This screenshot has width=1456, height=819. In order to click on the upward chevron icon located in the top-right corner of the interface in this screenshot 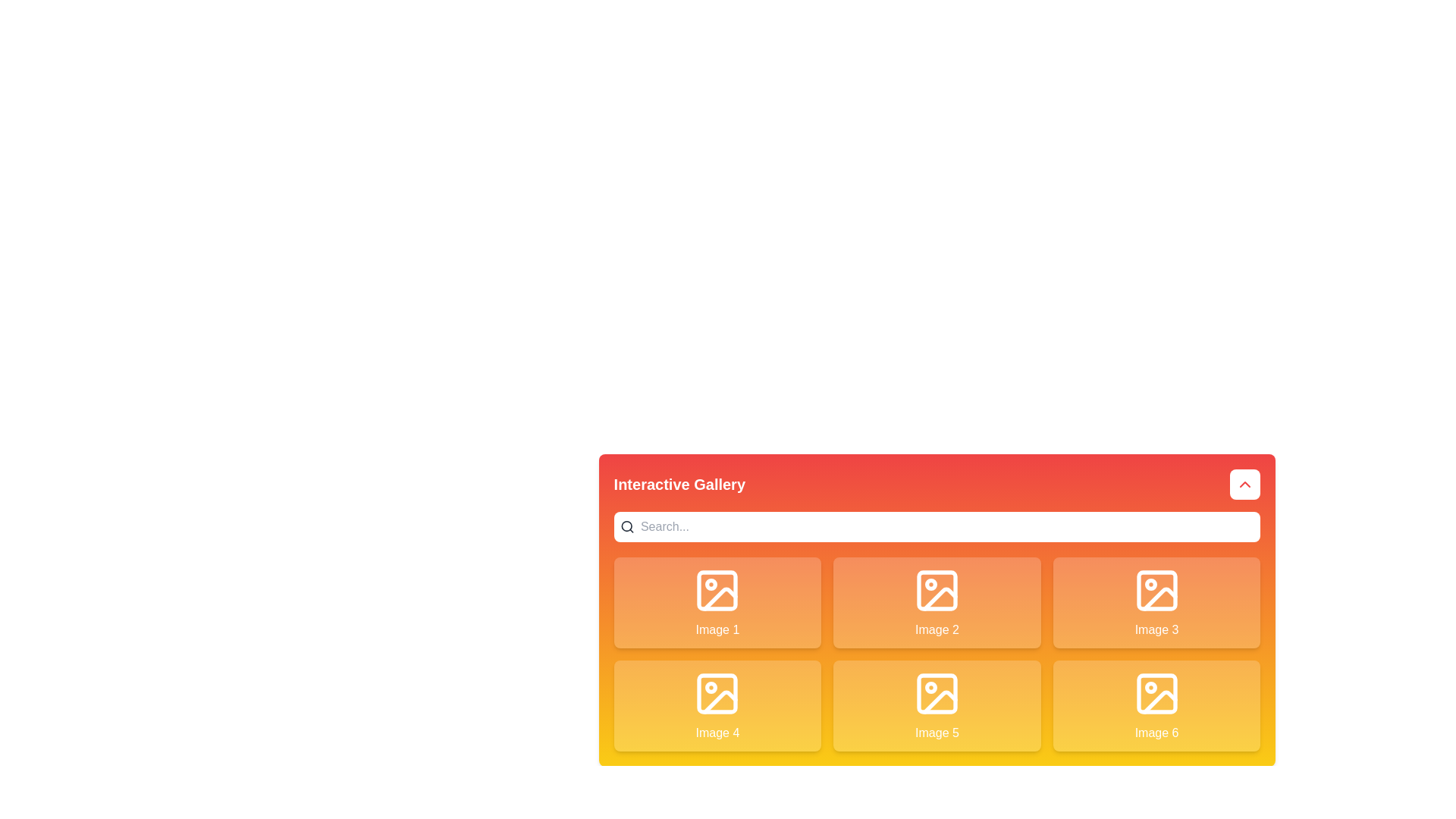, I will do `click(1245, 485)`.